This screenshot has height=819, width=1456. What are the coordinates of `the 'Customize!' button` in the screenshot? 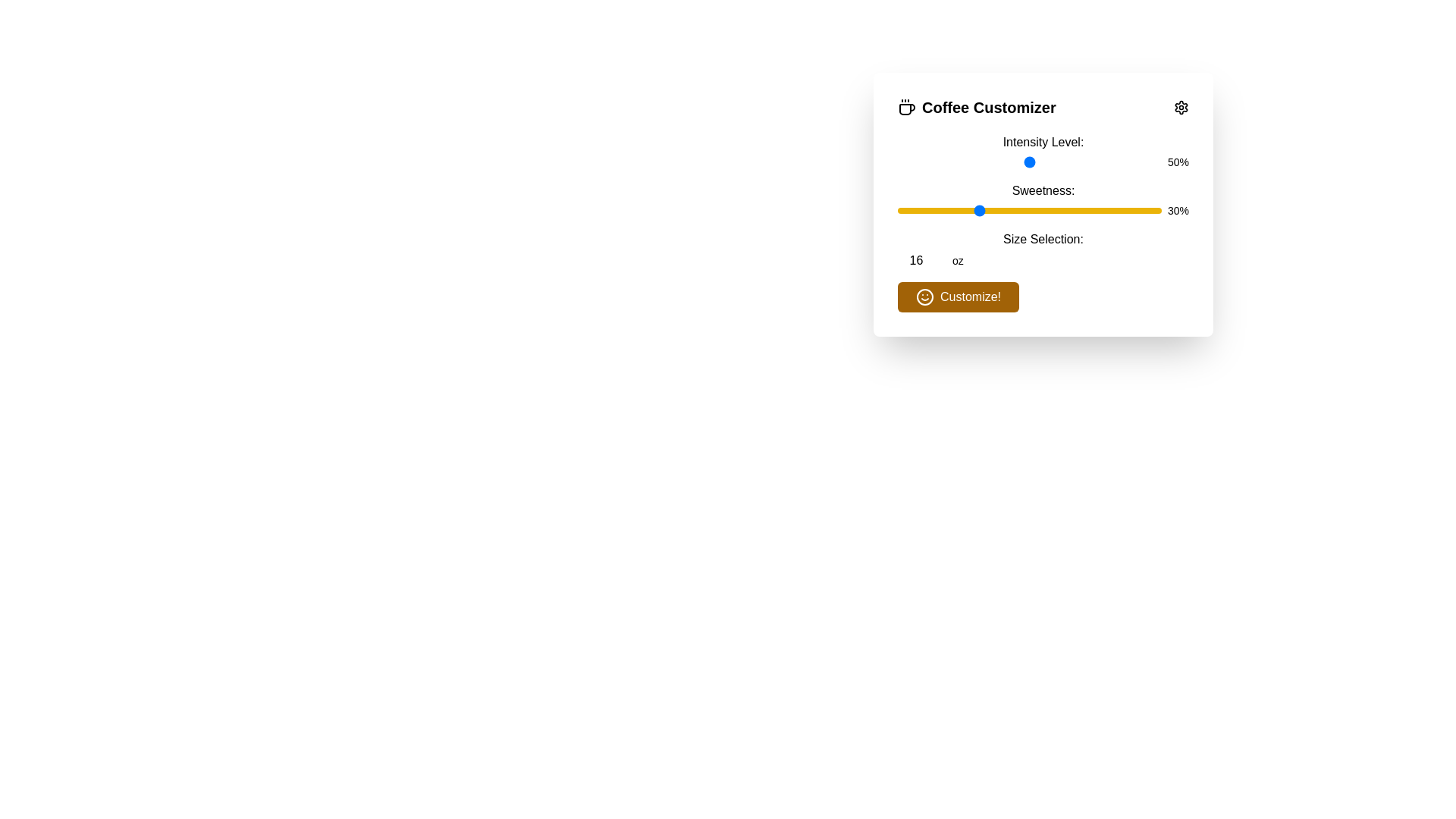 It's located at (957, 297).